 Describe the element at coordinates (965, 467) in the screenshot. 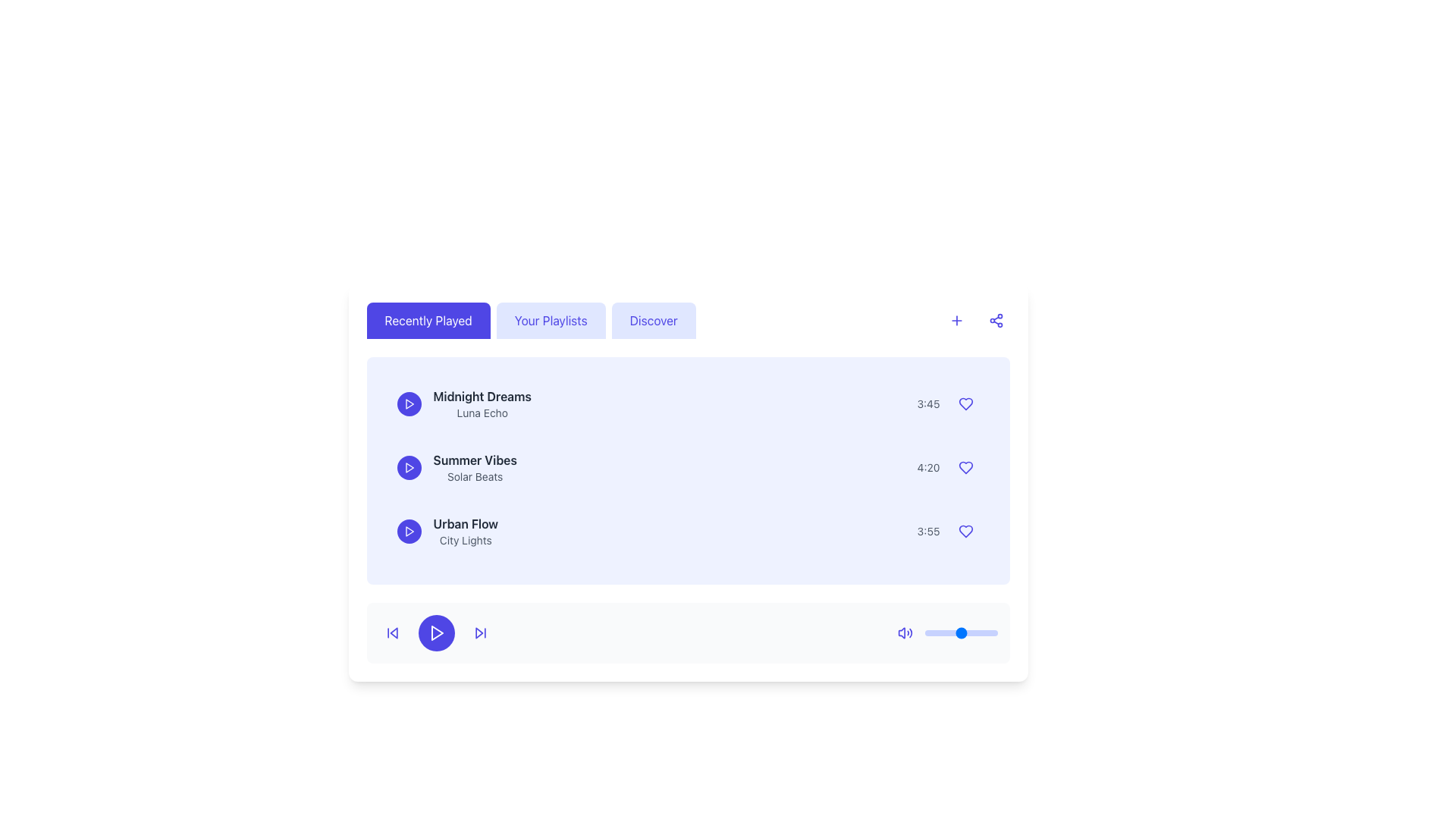

I see `the heart-shaped indicator icon for the song 'Summer Vibes'` at that location.